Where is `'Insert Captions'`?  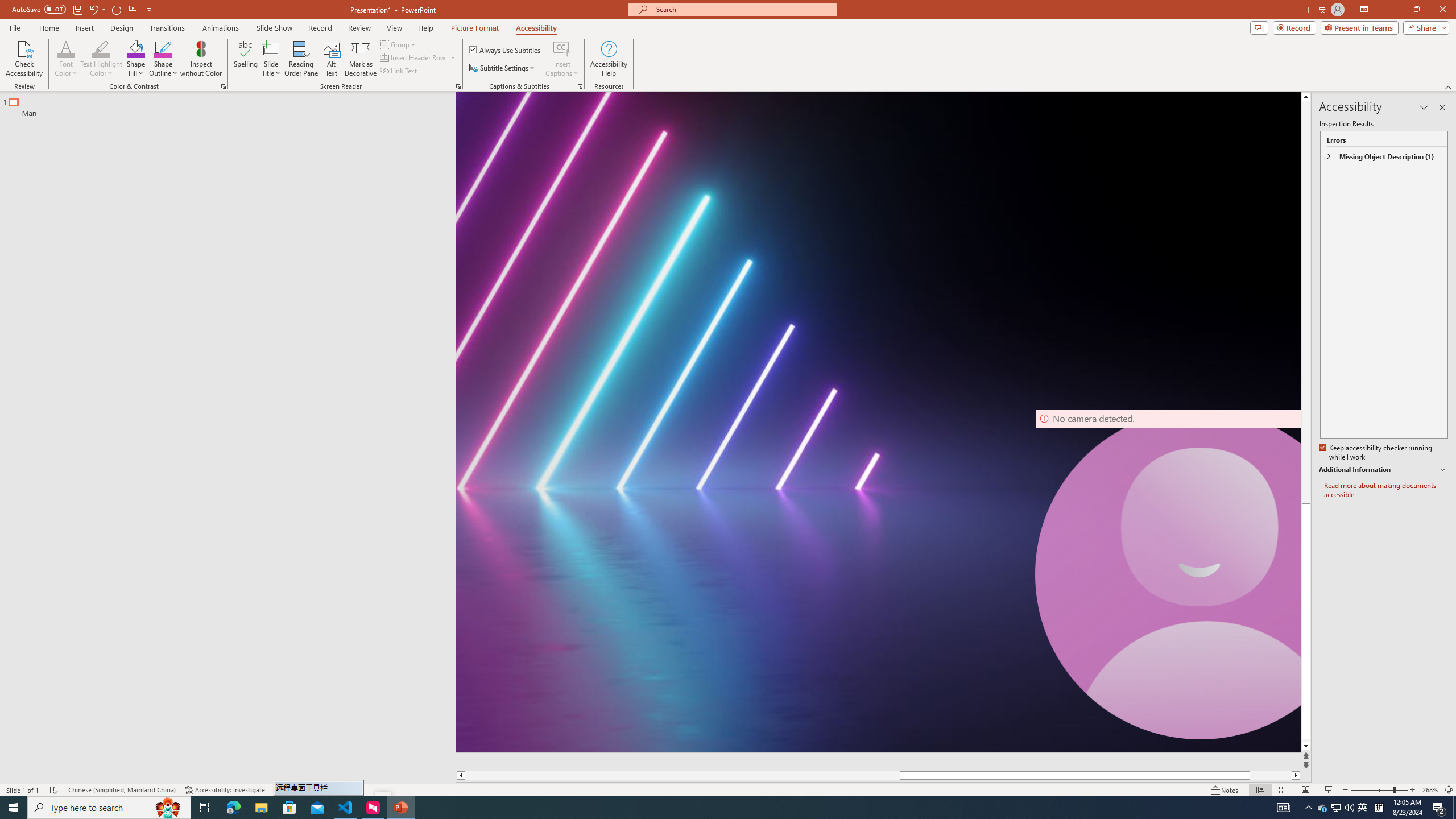 'Insert Captions' is located at coordinates (561, 48).